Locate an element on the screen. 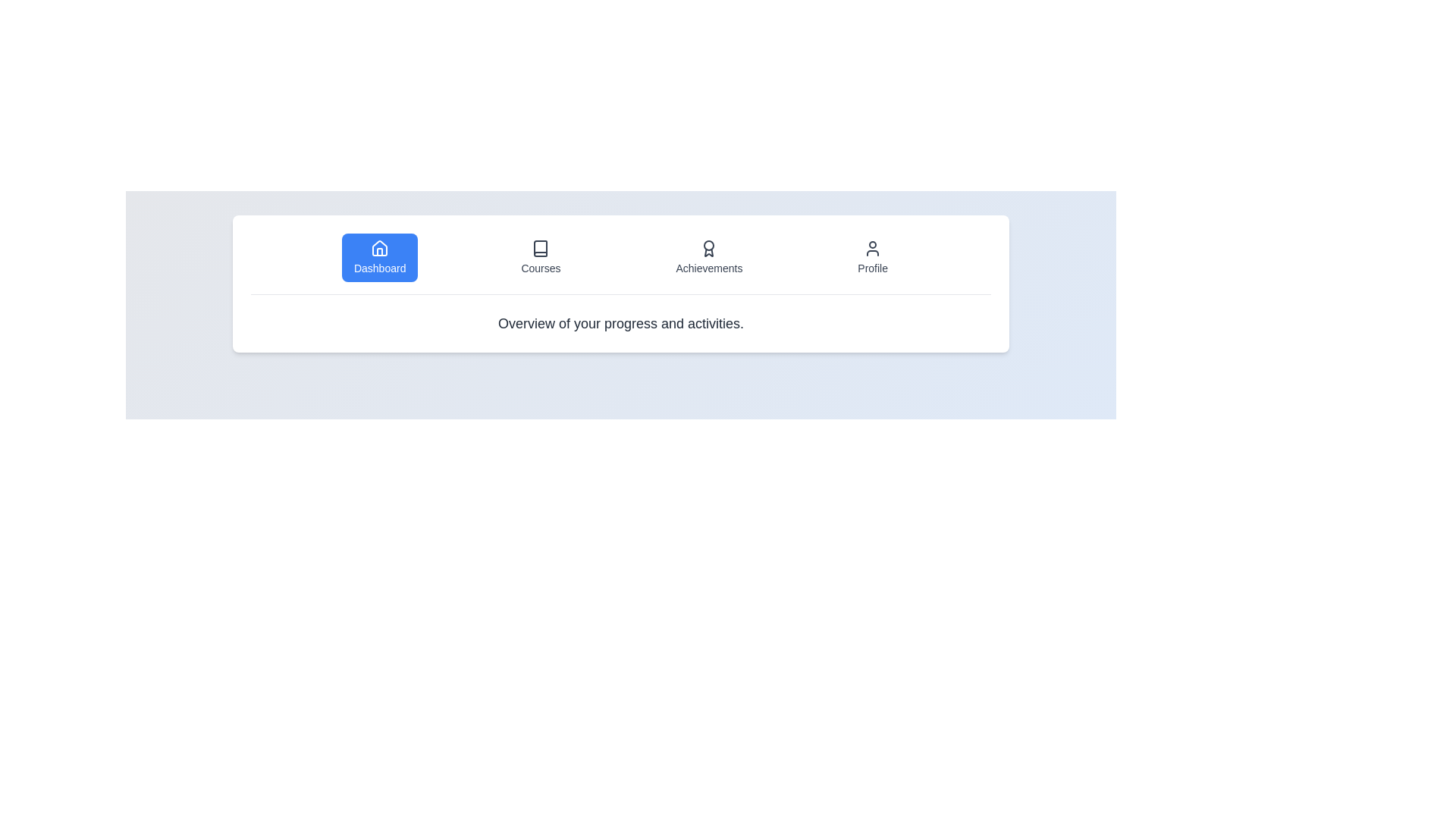 The height and width of the screenshot is (819, 1456). the 'Achievements' text label located in the third navigation item of the top bar menu by moving the cursor to its center point is located at coordinates (708, 268).